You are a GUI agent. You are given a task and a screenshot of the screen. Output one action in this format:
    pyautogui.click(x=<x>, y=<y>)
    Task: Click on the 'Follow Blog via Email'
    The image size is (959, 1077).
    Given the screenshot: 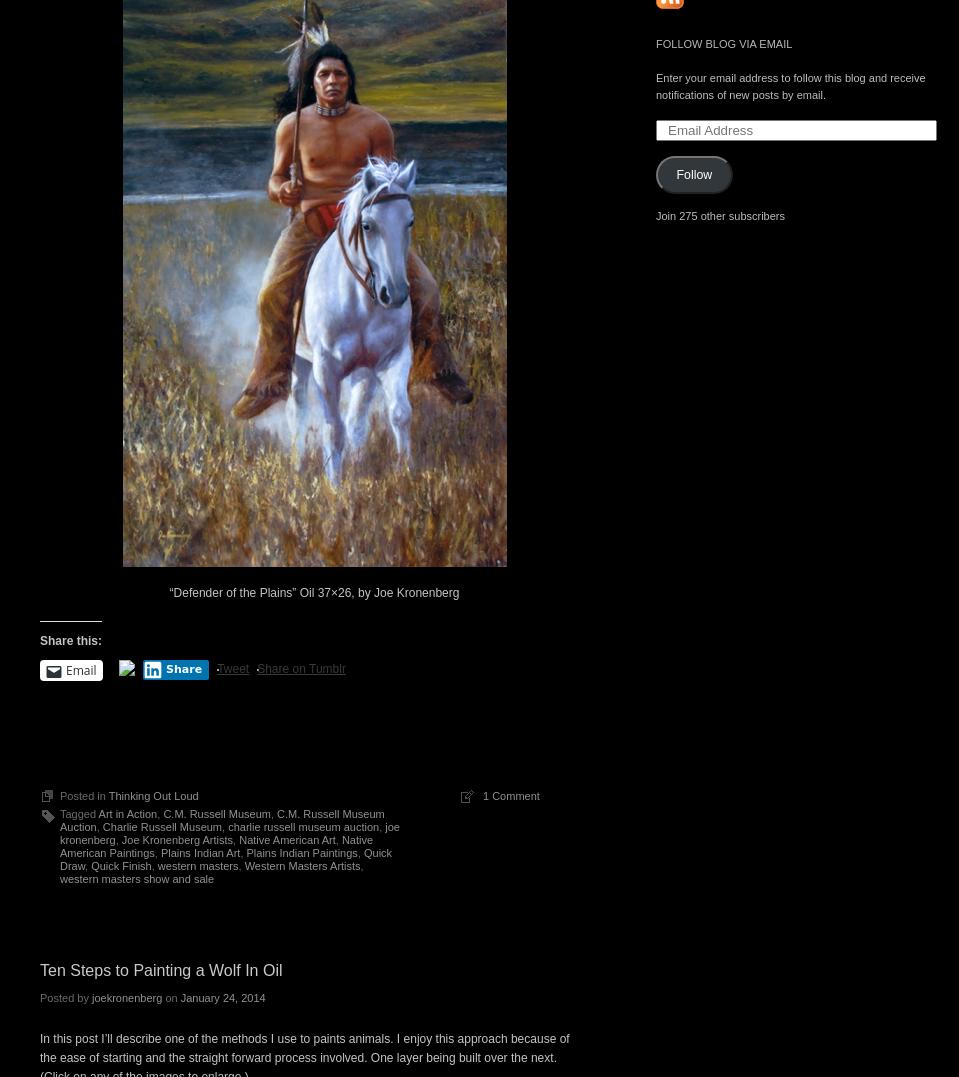 What is the action you would take?
    pyautogui.click(x=723, y=42)
    